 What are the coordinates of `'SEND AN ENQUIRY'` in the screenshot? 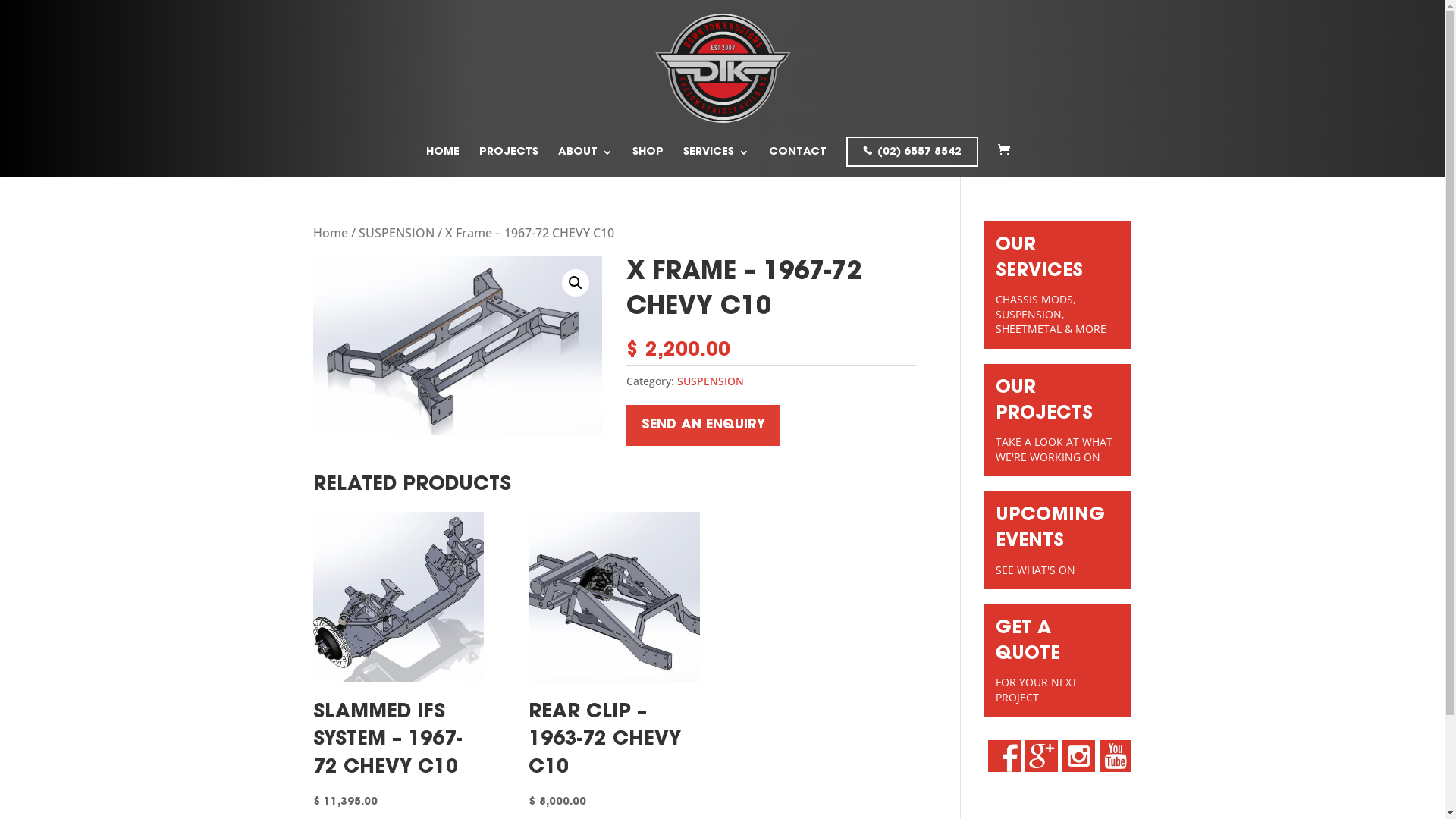 It's located at (702, 425).